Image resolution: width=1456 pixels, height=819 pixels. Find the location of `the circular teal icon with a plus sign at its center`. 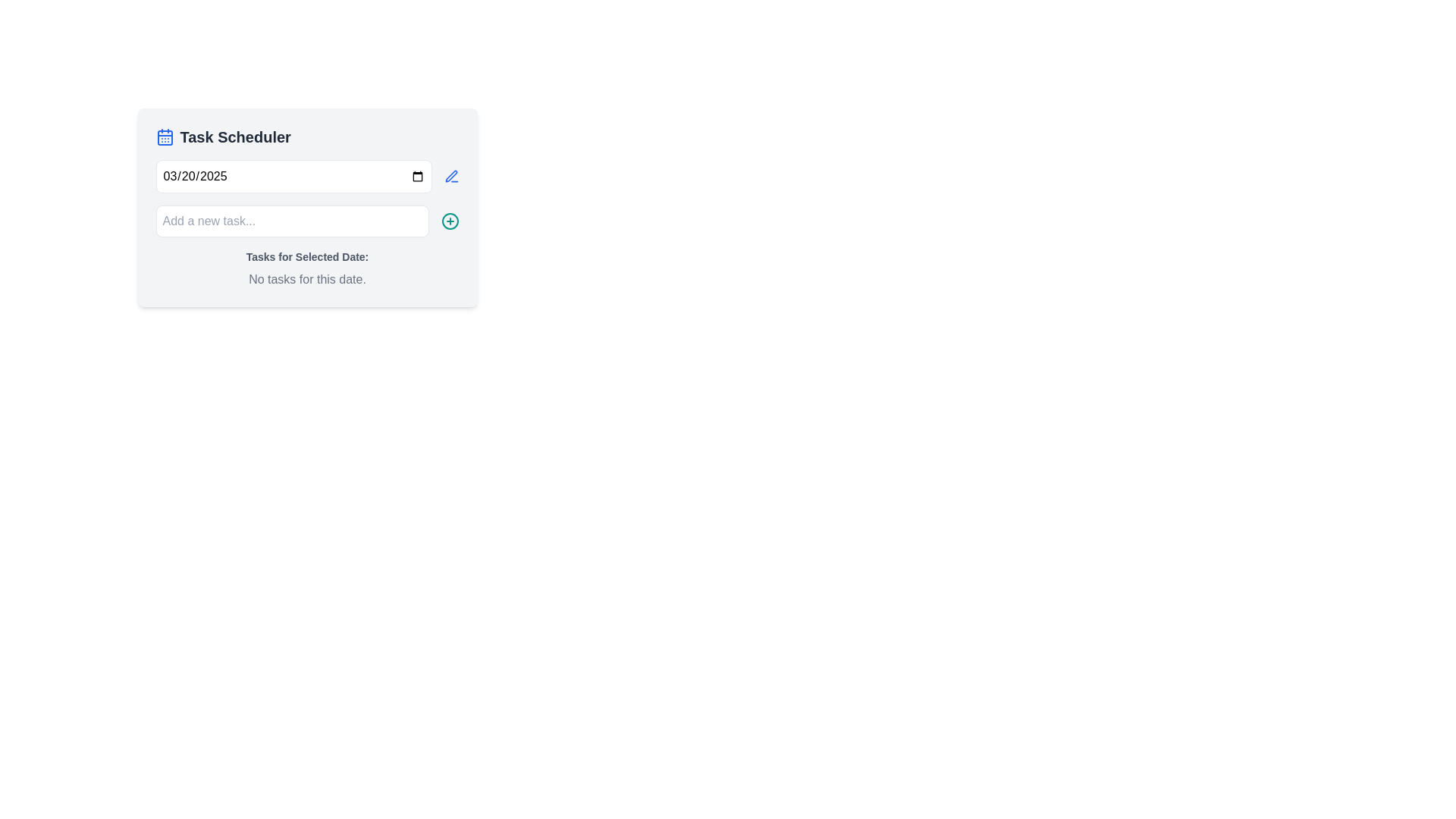

the circular teal icon with a plus sign at its center is located at coordinates (449, 221).